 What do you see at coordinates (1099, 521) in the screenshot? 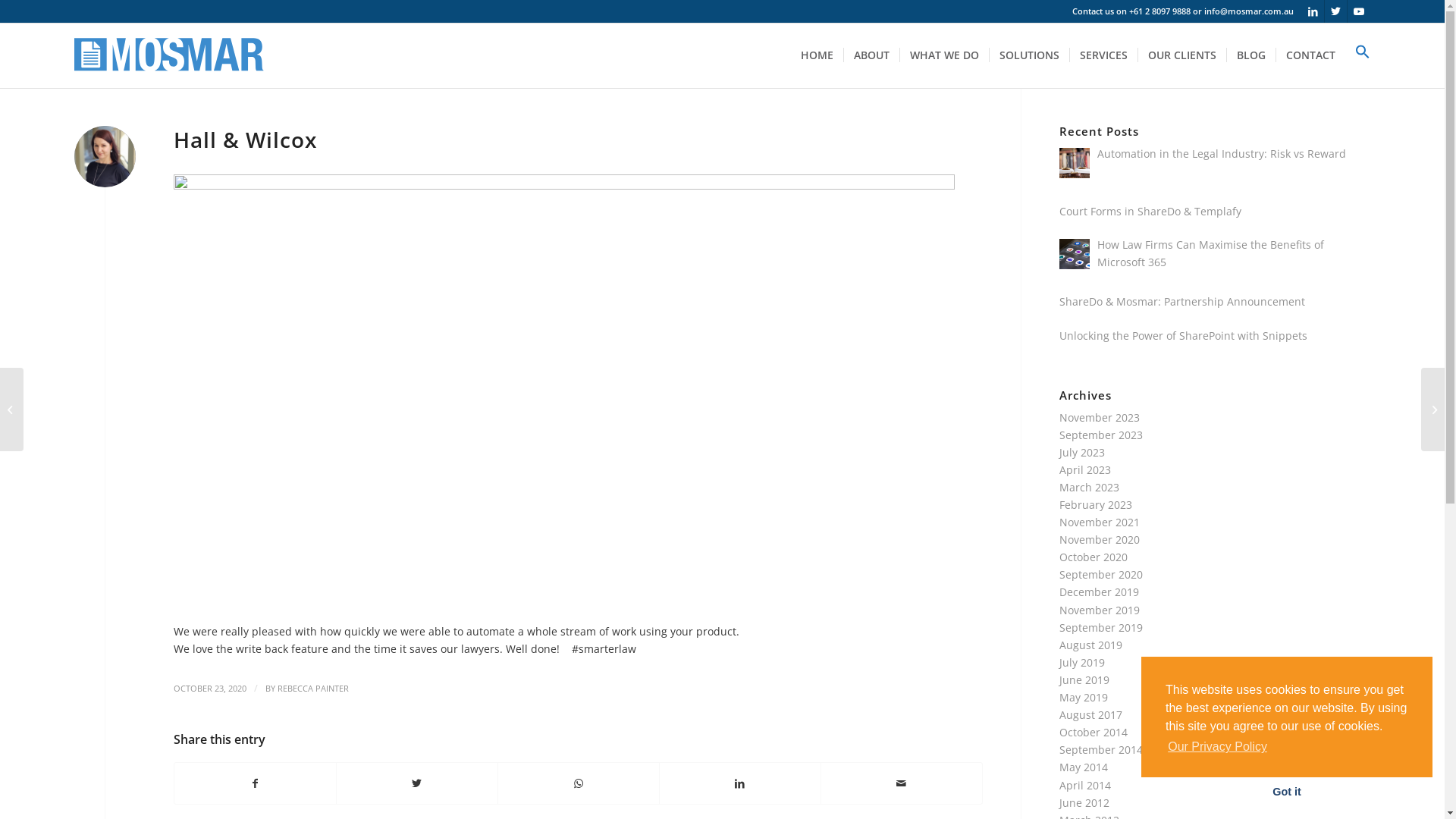
I see `'November 2021'` at bounding box center [1099, 521].